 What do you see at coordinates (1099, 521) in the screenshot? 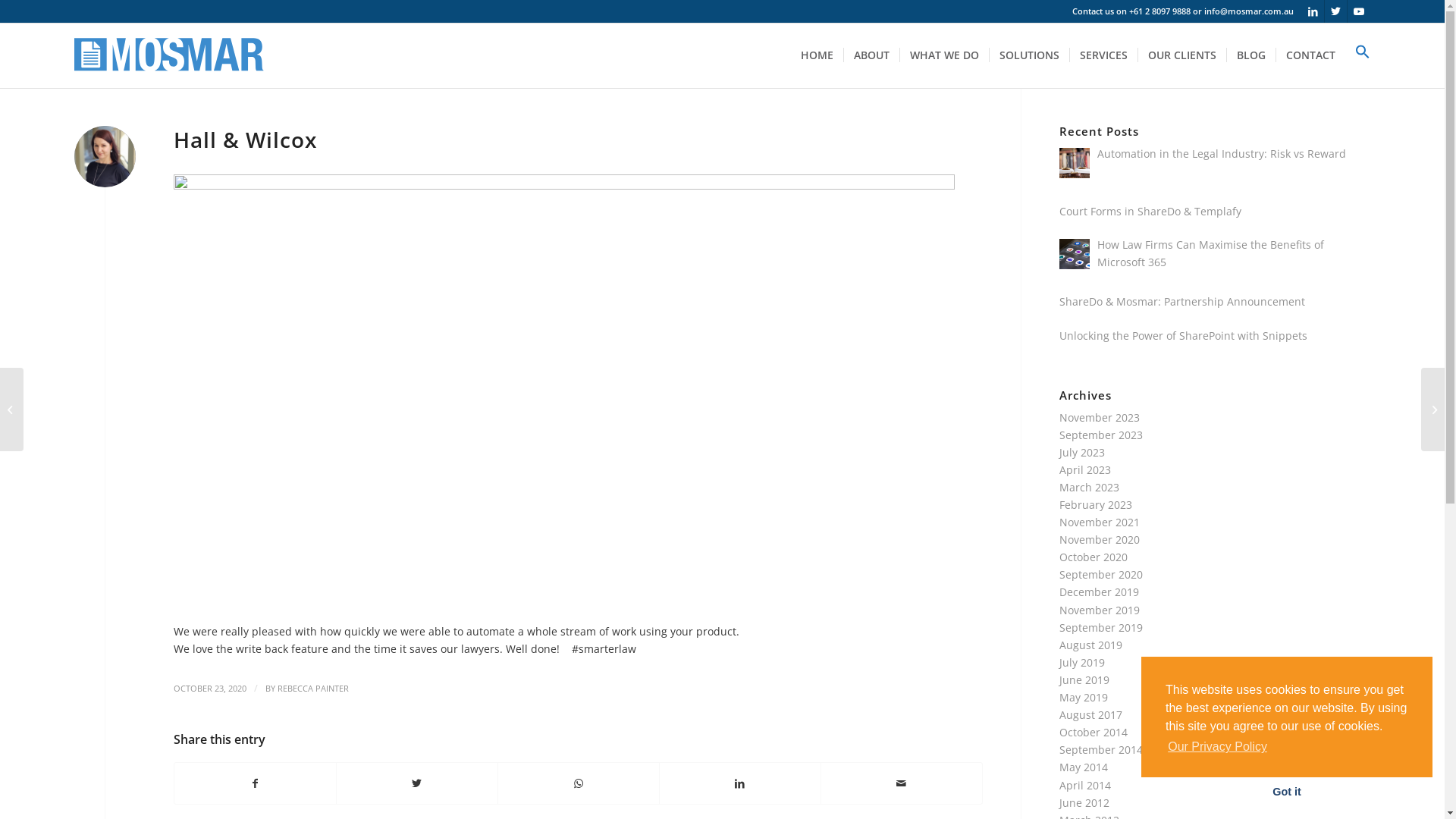
I see `'November 2021'` at bounding box center [1099, 521].